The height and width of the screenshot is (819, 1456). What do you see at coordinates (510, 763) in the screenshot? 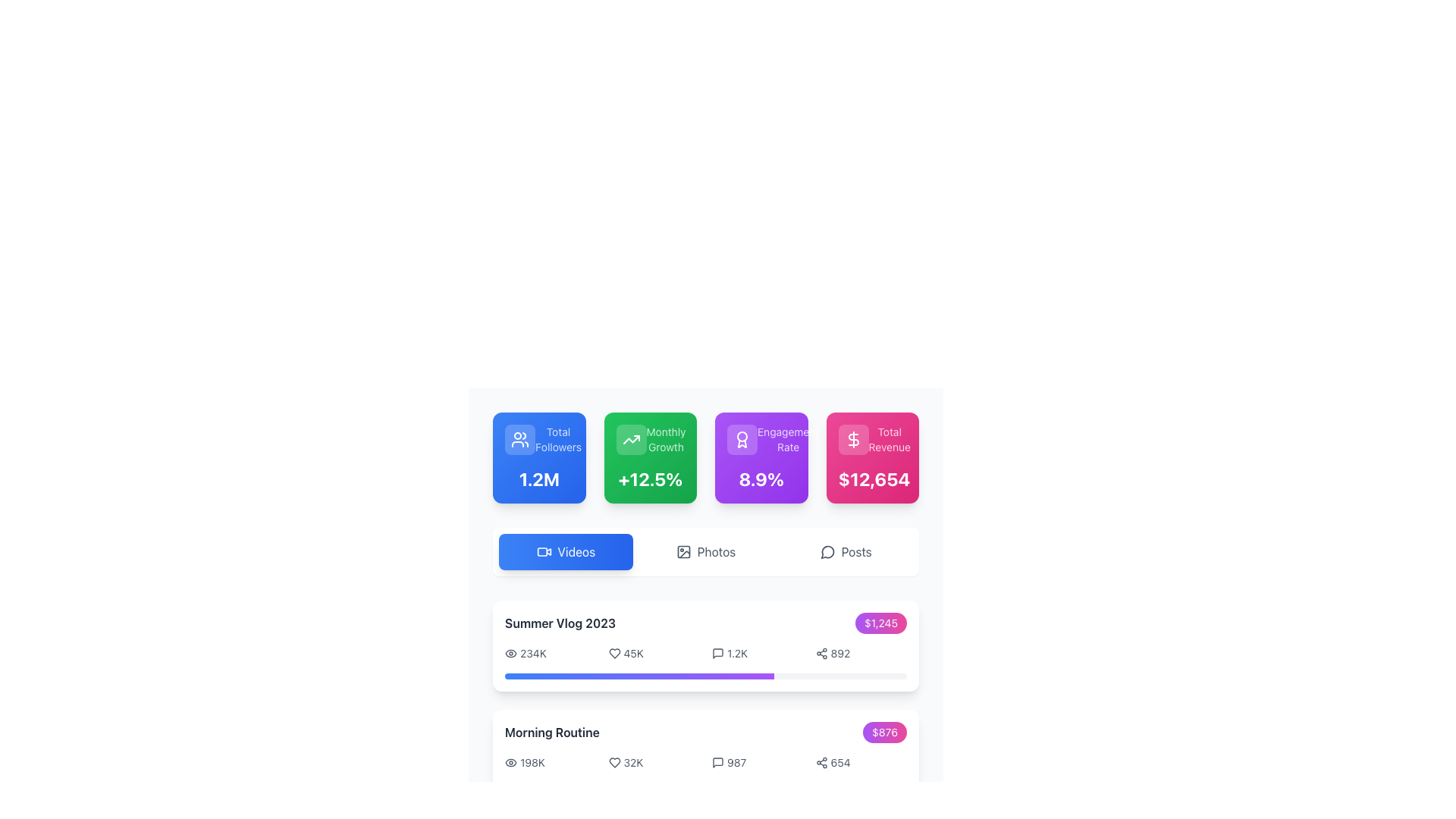
I see `the eye-shaped icon located to the left of the text '198K', which features a line-based design with an oval shape and a circular pupil detail` at bounding box center [510, 763].